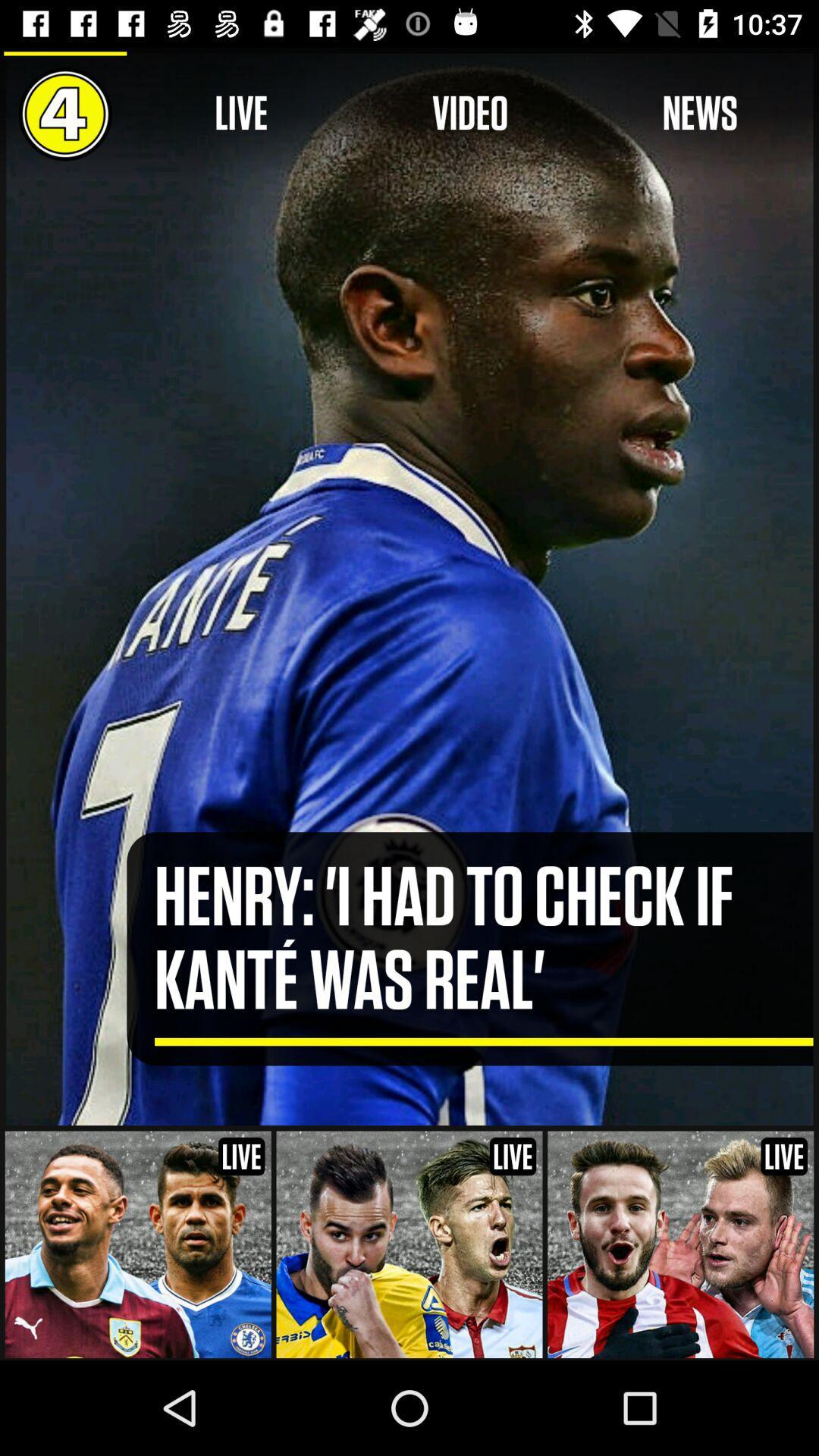 Image resolution: width=819 pixels, height=1456 pixels. Describe the element at coordinates (700, 113) in the screenshot. I see `news icon` at that location.